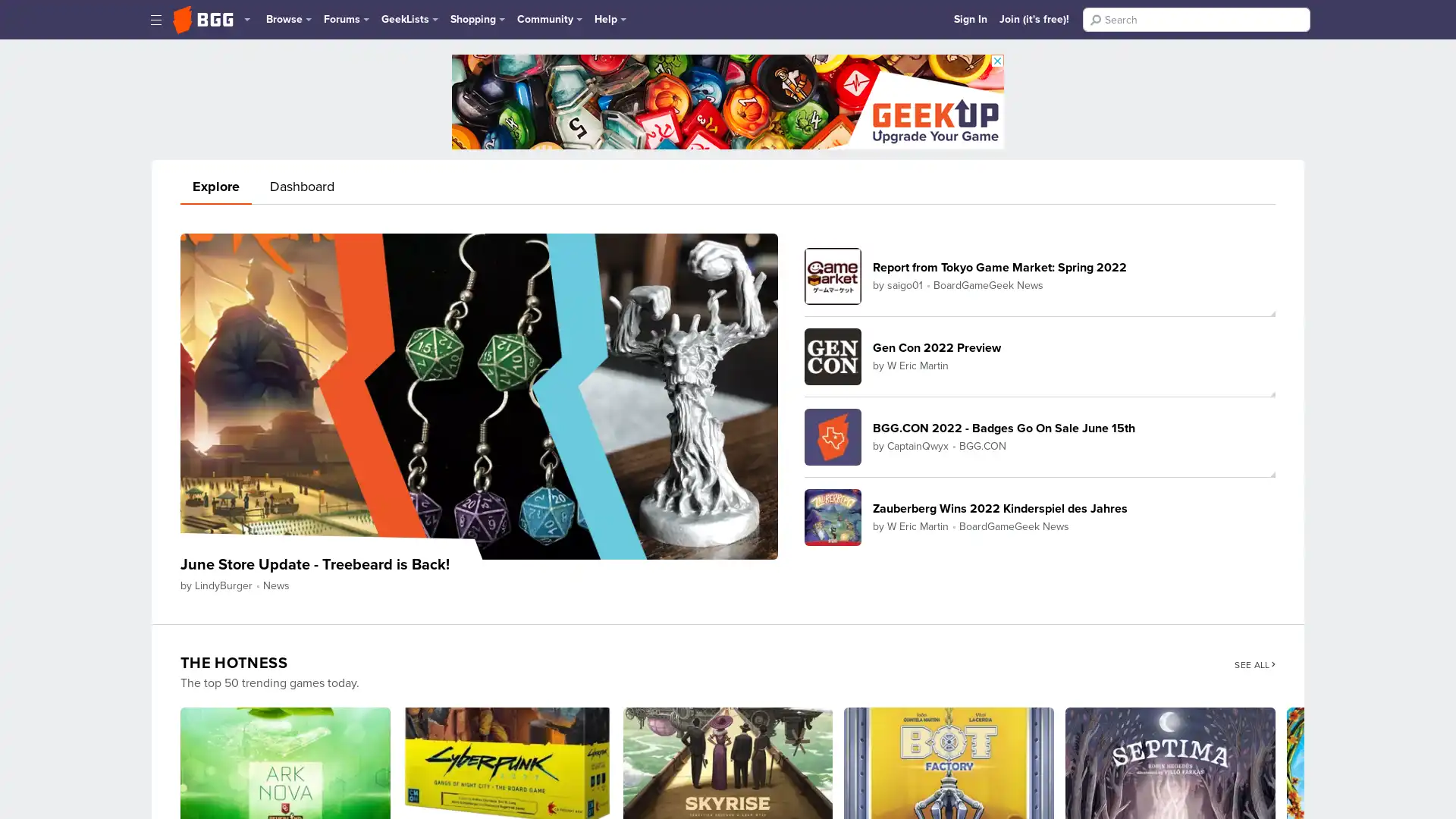 The height and width of the screenshot is (819, 1456). Describe the element at coordinates (152, 5) in the screenshot. I see `Skip Navigation` at that location.